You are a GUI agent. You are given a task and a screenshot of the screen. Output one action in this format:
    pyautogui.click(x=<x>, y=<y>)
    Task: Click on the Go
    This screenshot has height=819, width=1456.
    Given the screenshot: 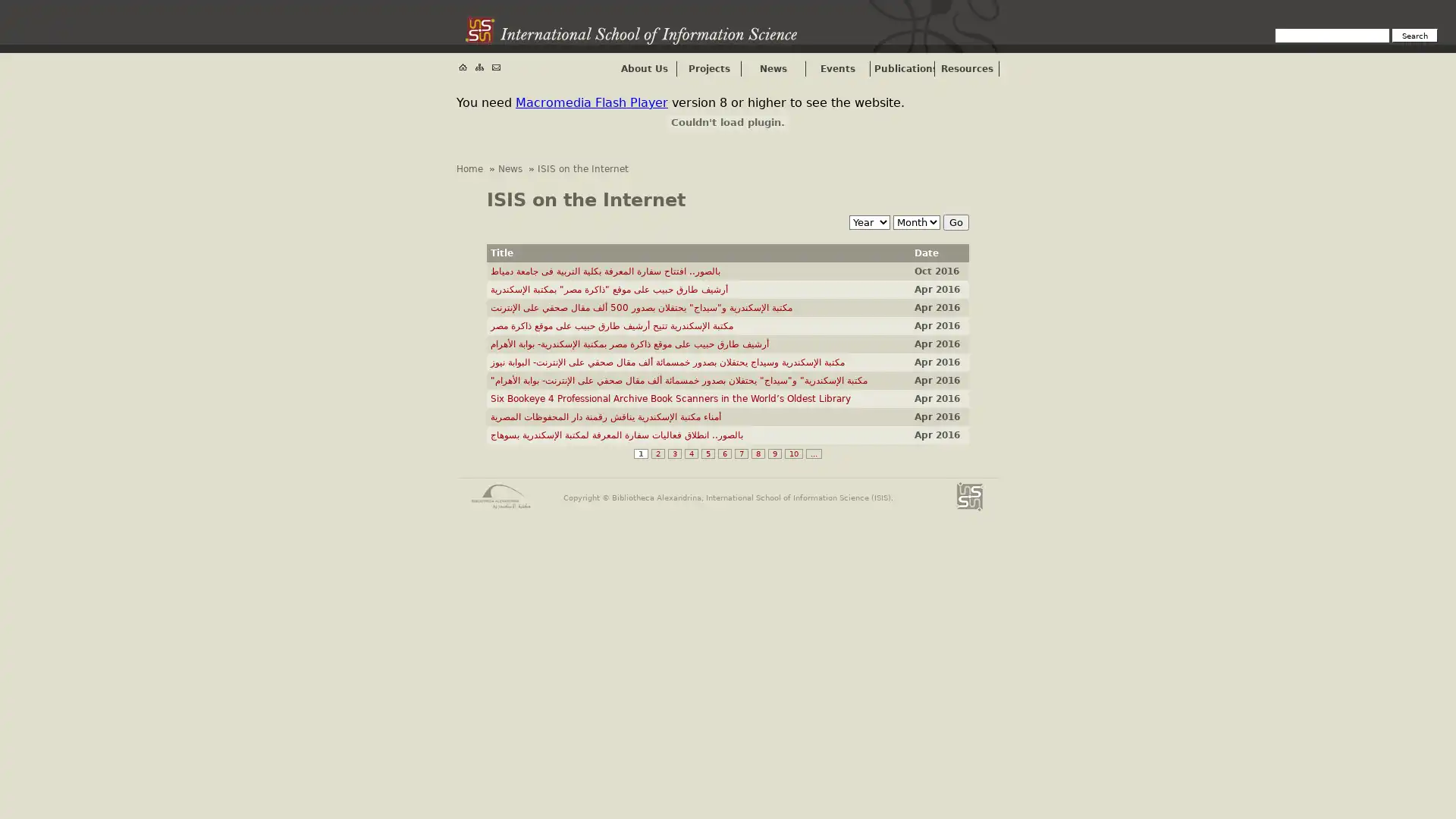 What is the action you would take?
    pyautogui.click(x=955, y=222)
    